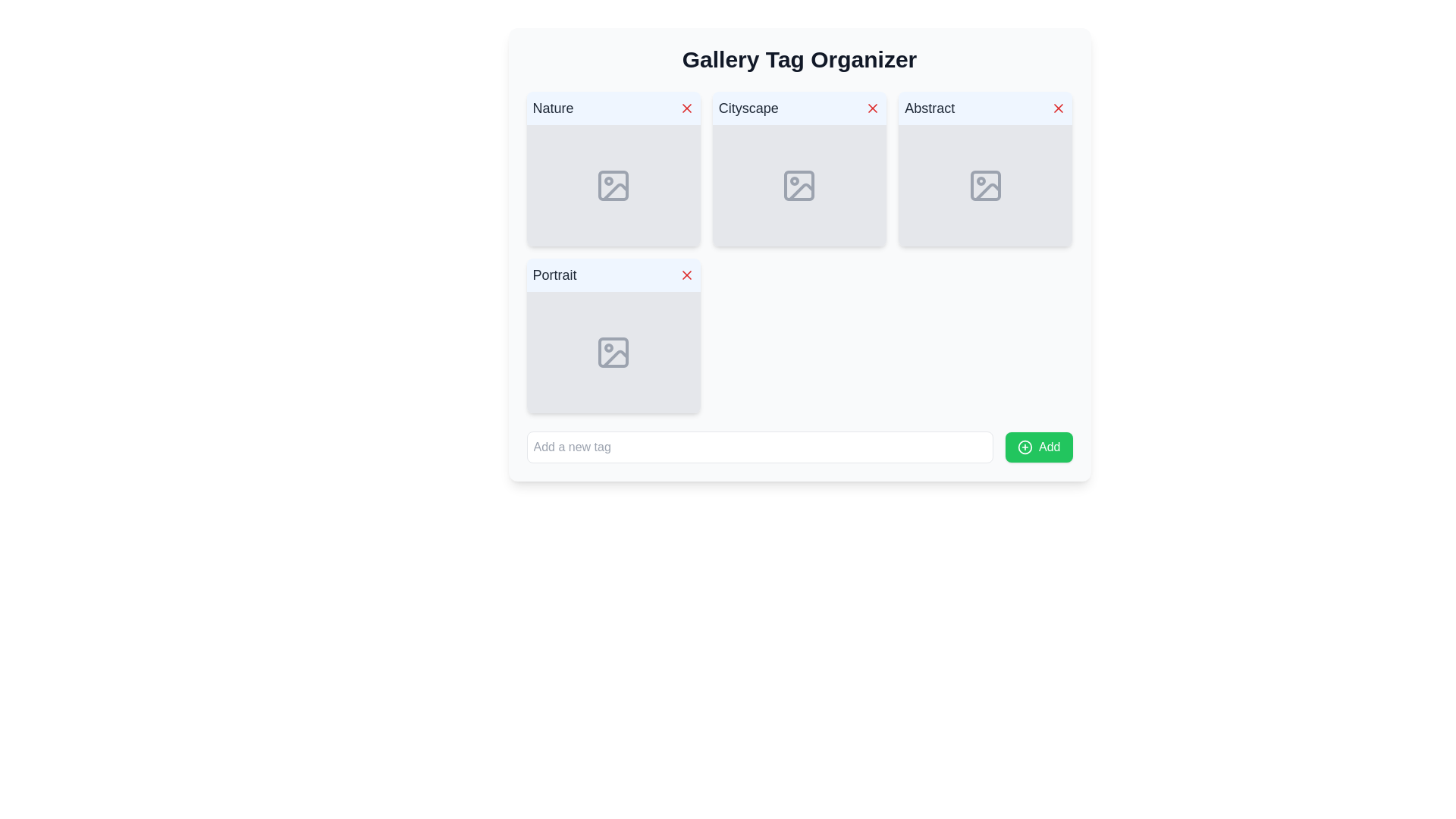 The image size is (1456, 819). What do you see at coordinates (686, 107) in the screenshot?
I see `the small red 'X' icon button within the grey 'Nature' tag located in the top-left corner of the grid layout to possibly reveal a tooltip` at bounding box center [686, 107].